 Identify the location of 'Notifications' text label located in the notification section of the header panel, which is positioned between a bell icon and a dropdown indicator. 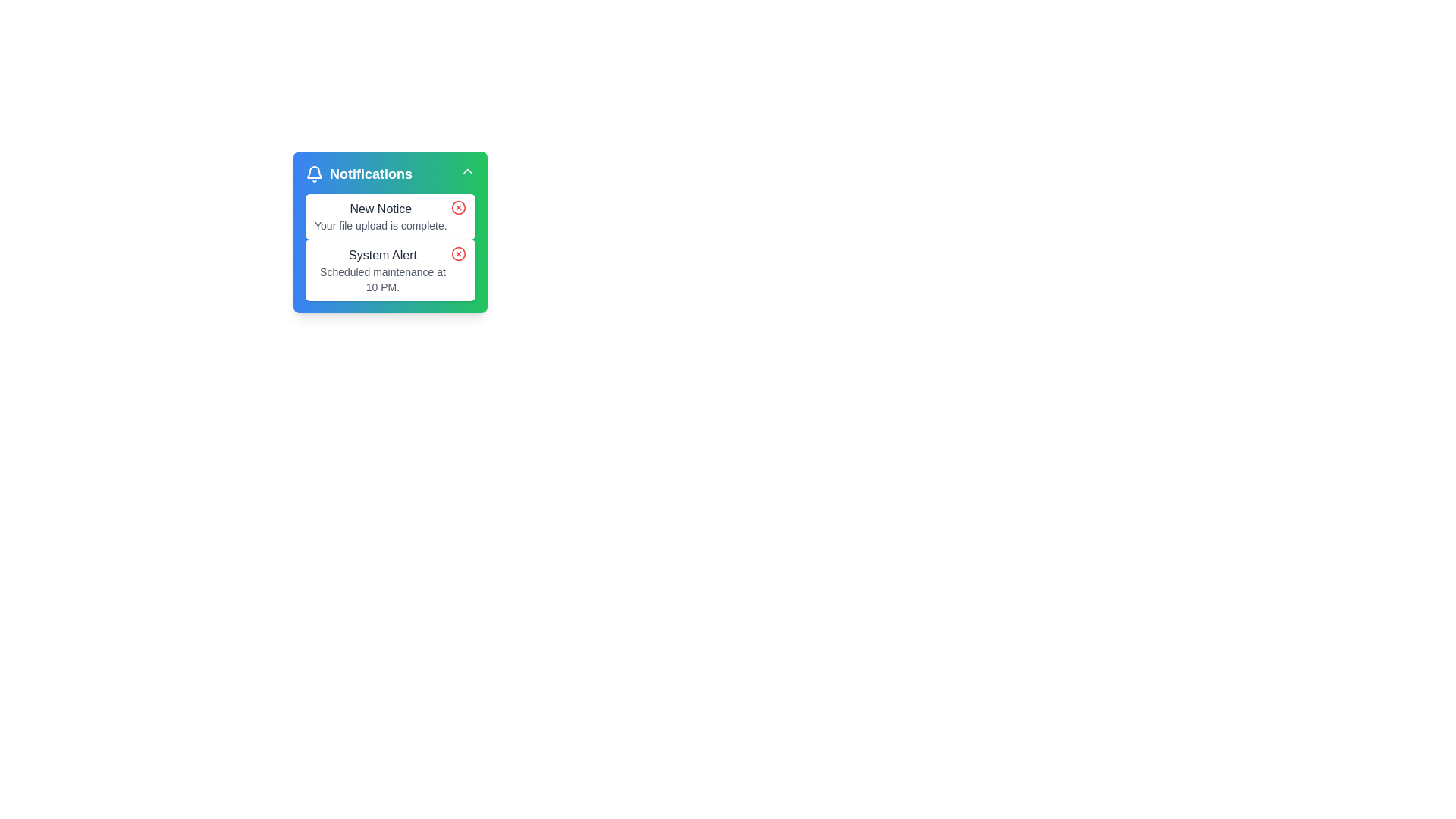
(371, 174).